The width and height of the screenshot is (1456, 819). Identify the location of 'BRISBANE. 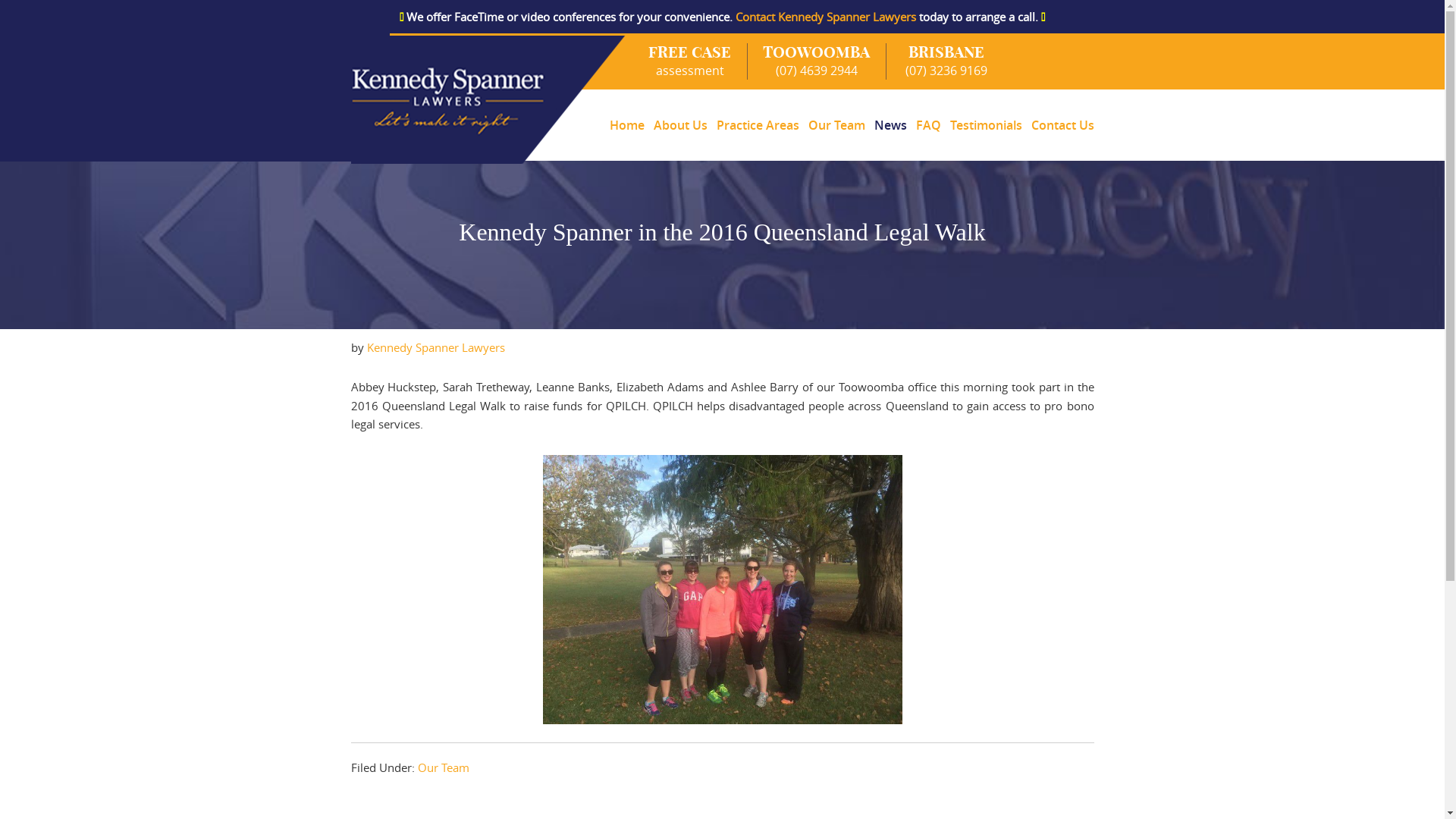
(886, 61).